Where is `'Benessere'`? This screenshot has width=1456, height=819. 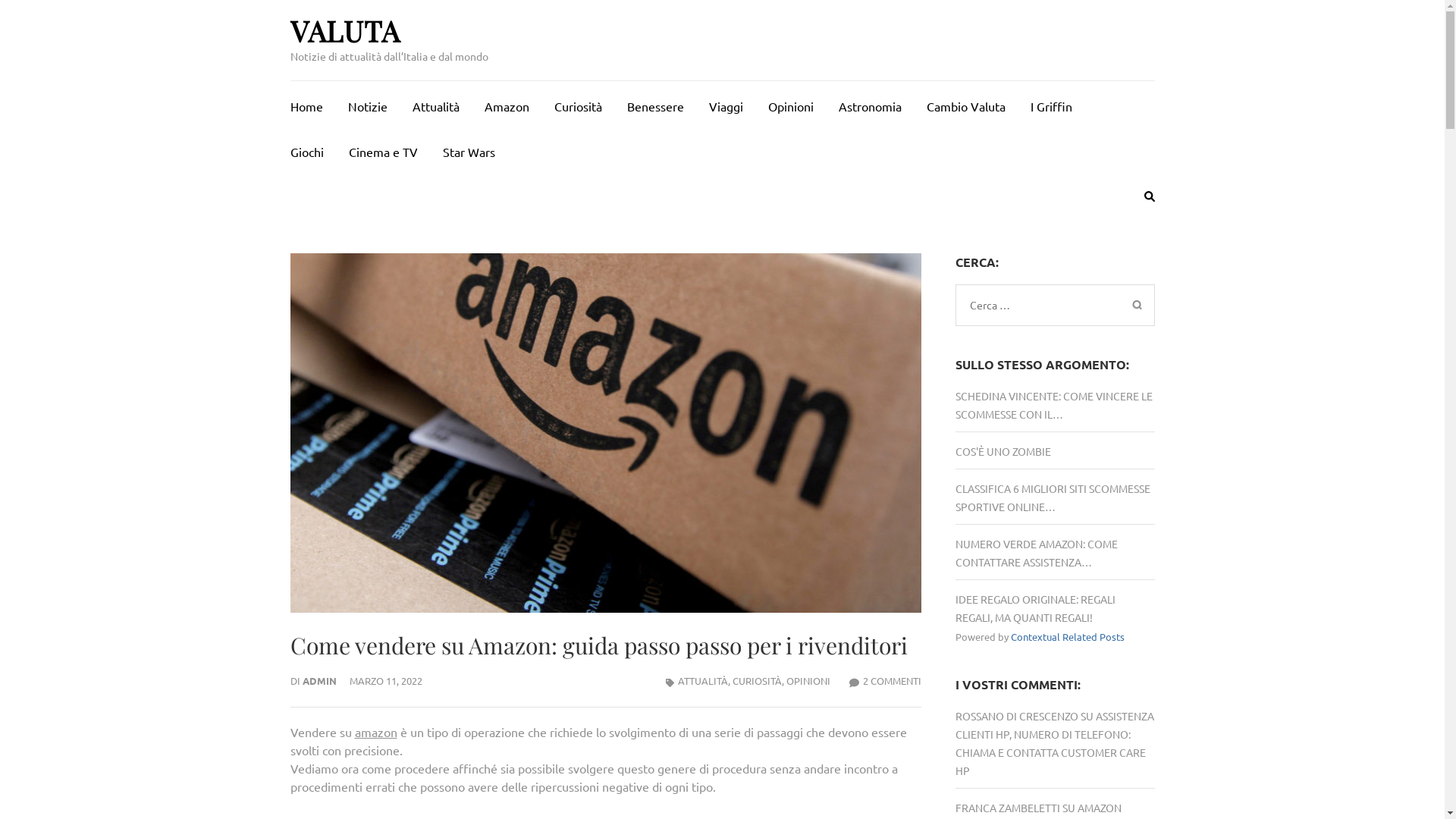 'Benessere' is located at coordinates (654, 103).